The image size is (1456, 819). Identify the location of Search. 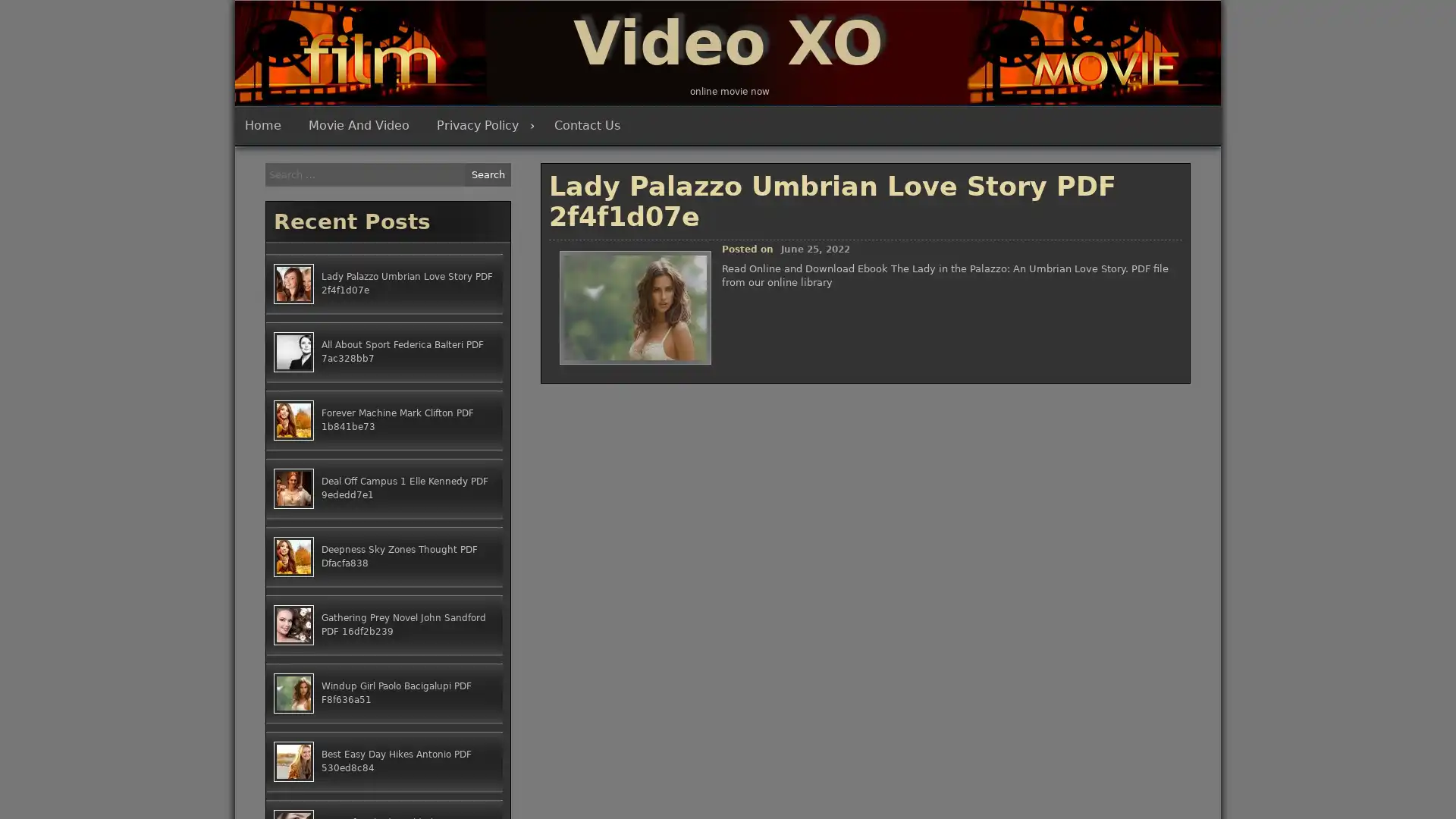
(488, 174).